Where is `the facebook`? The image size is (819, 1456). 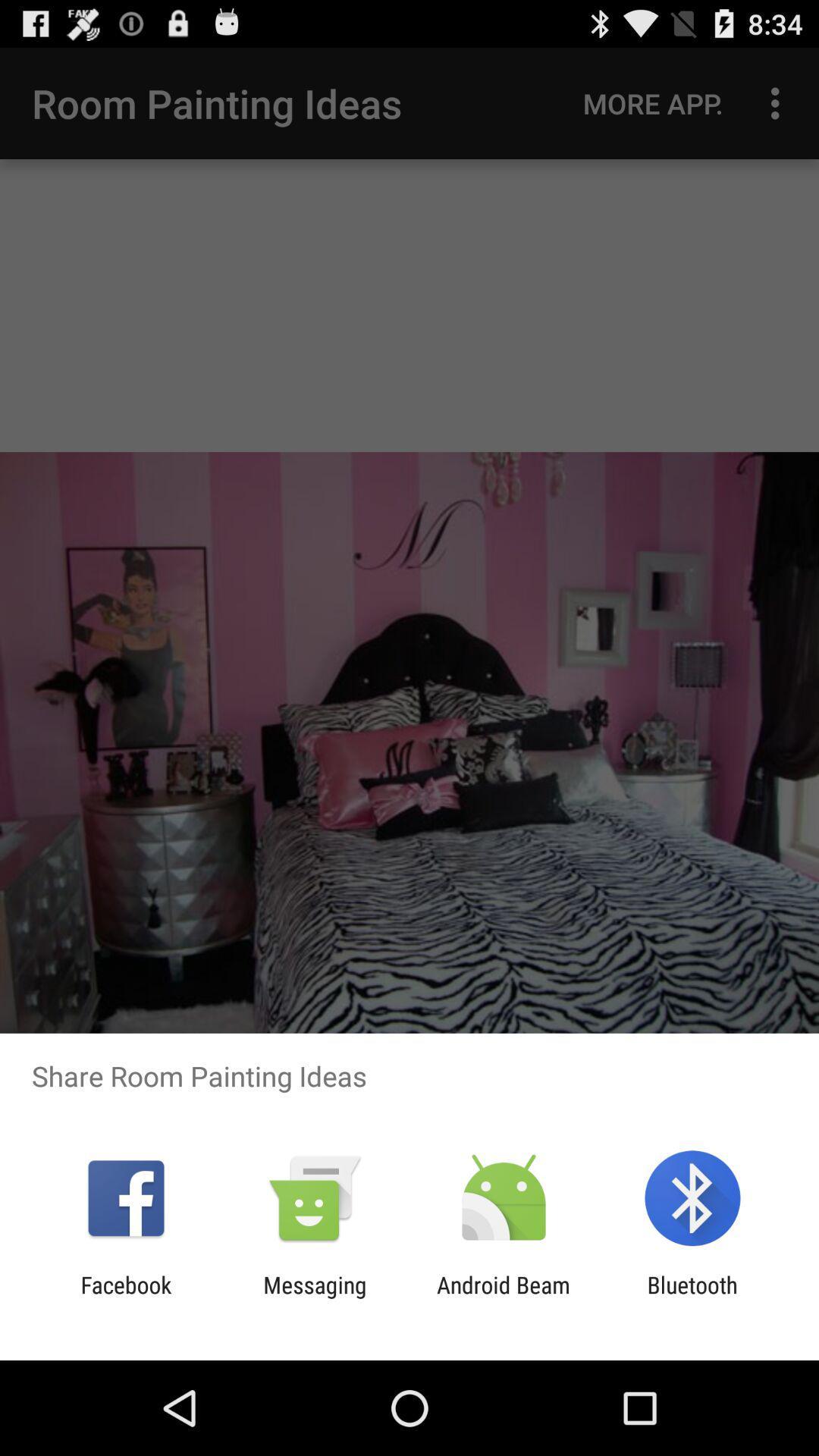 the facebook is located at coordinates (125, 1298).